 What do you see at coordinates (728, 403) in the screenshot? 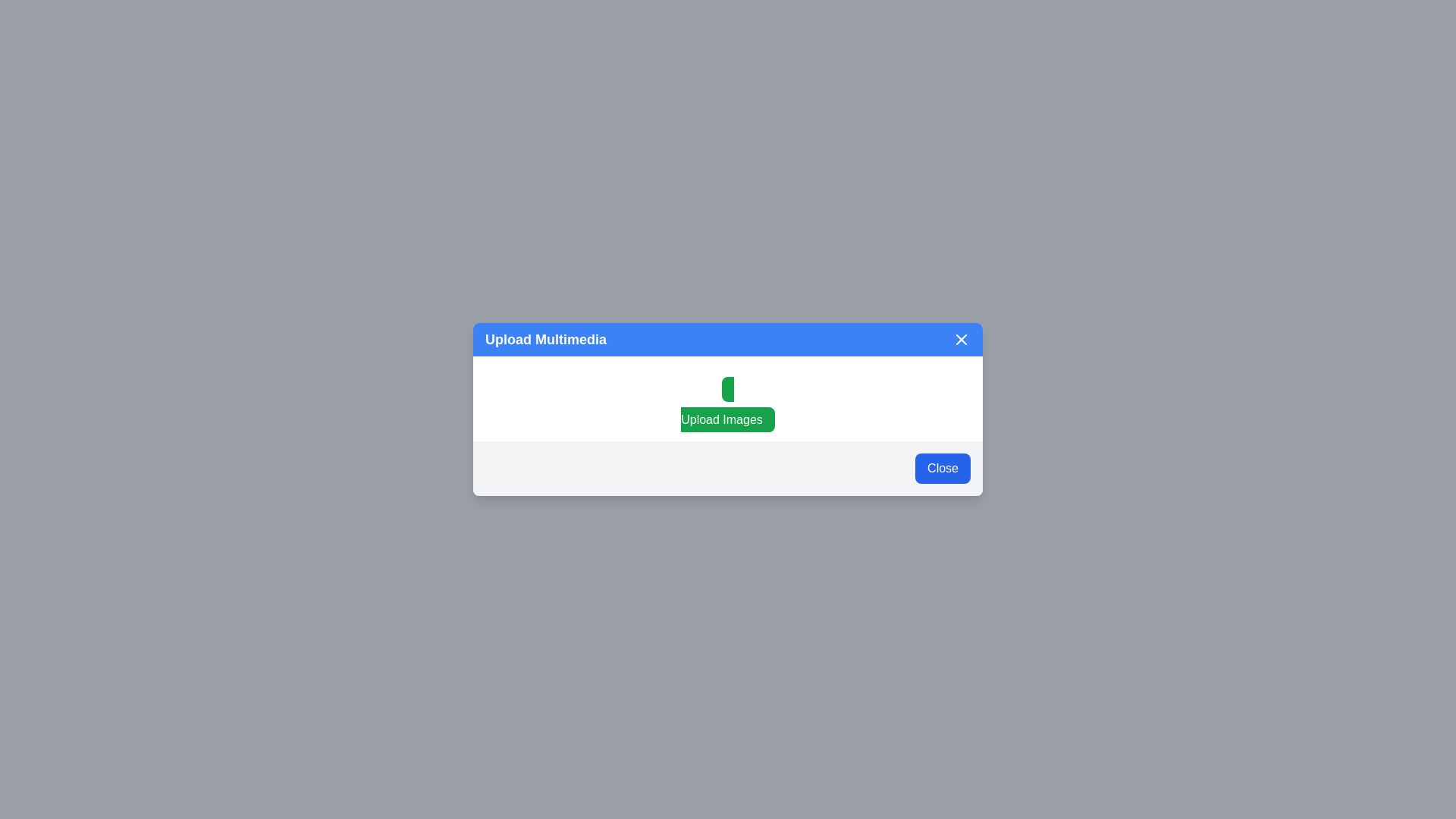
I see `the image upload button located centrally within the 'Upload Multimedia' modal dialog` at bounding box center [728, 403].